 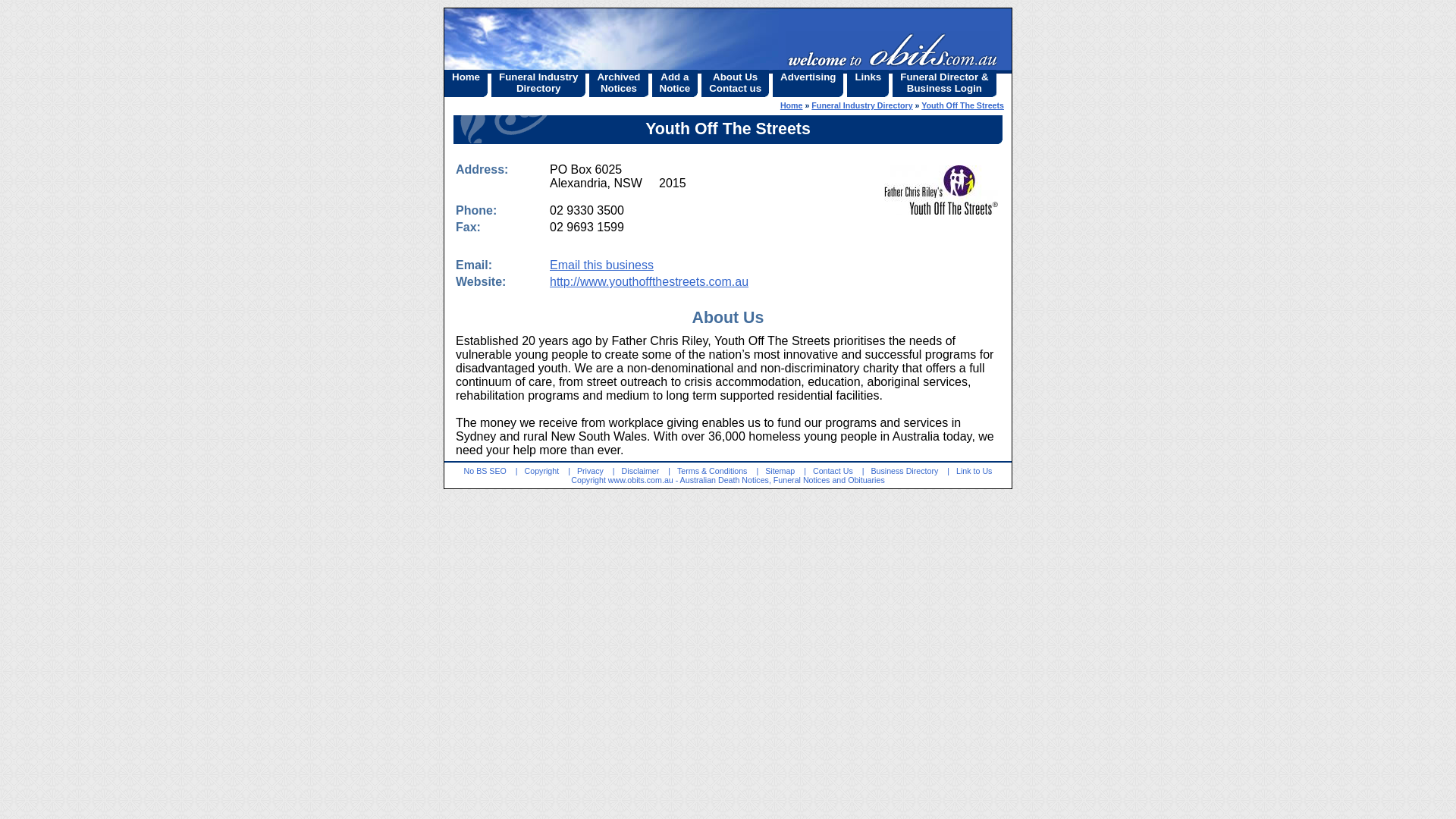 I want to click on 'Business Directory', so click(x=904, y=470).